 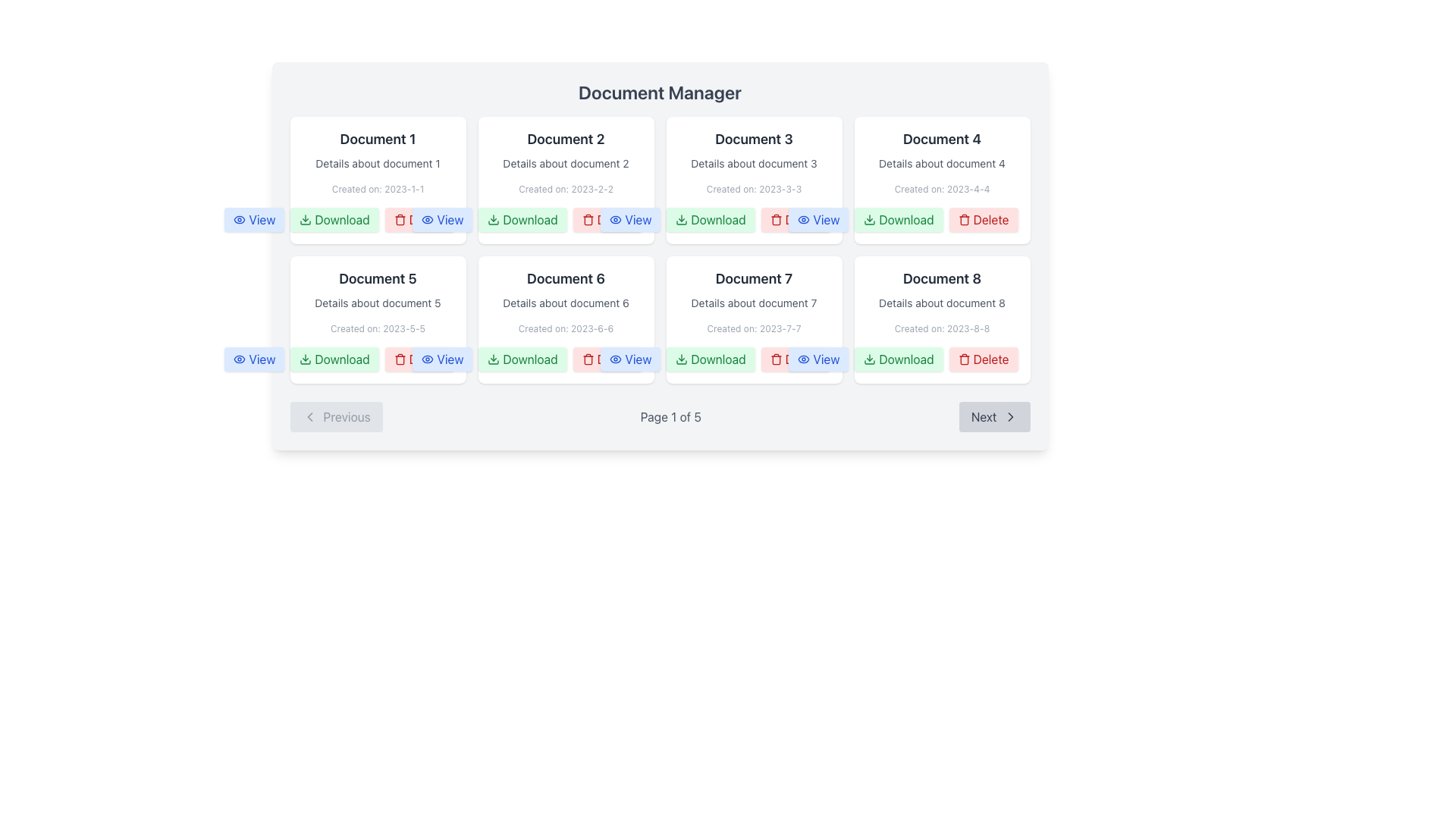 What do you see at coordinates (754, 301) in the screenshot?
I see `the Text Content Display element that shows the title 'Document 7', subtitle 'Details about document 7', and timestamp 'Created on: 2023-7-7'` at bounding box center [754, 301].